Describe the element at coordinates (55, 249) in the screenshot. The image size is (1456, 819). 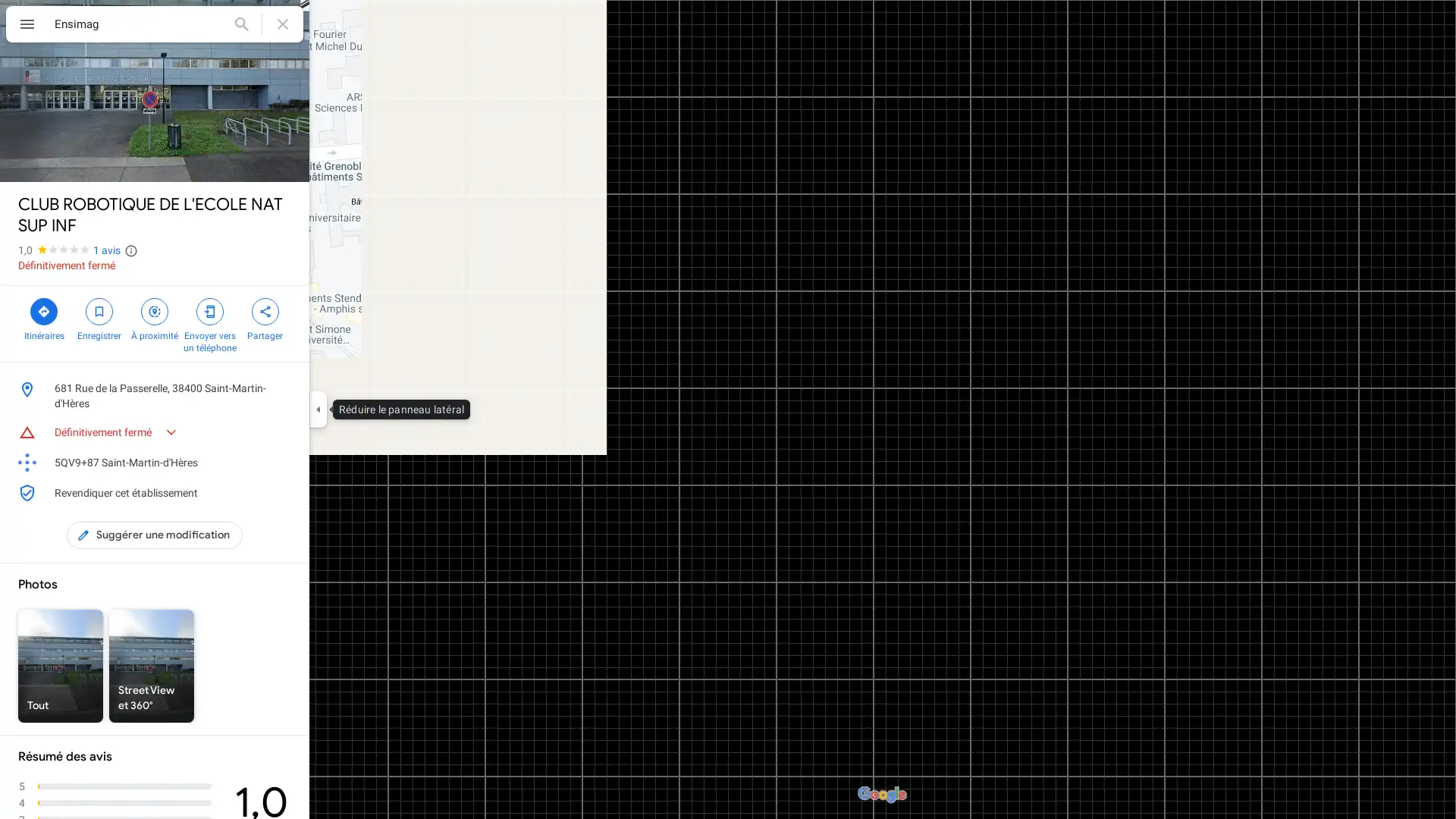
I see `1,0 etoiles` at that location.